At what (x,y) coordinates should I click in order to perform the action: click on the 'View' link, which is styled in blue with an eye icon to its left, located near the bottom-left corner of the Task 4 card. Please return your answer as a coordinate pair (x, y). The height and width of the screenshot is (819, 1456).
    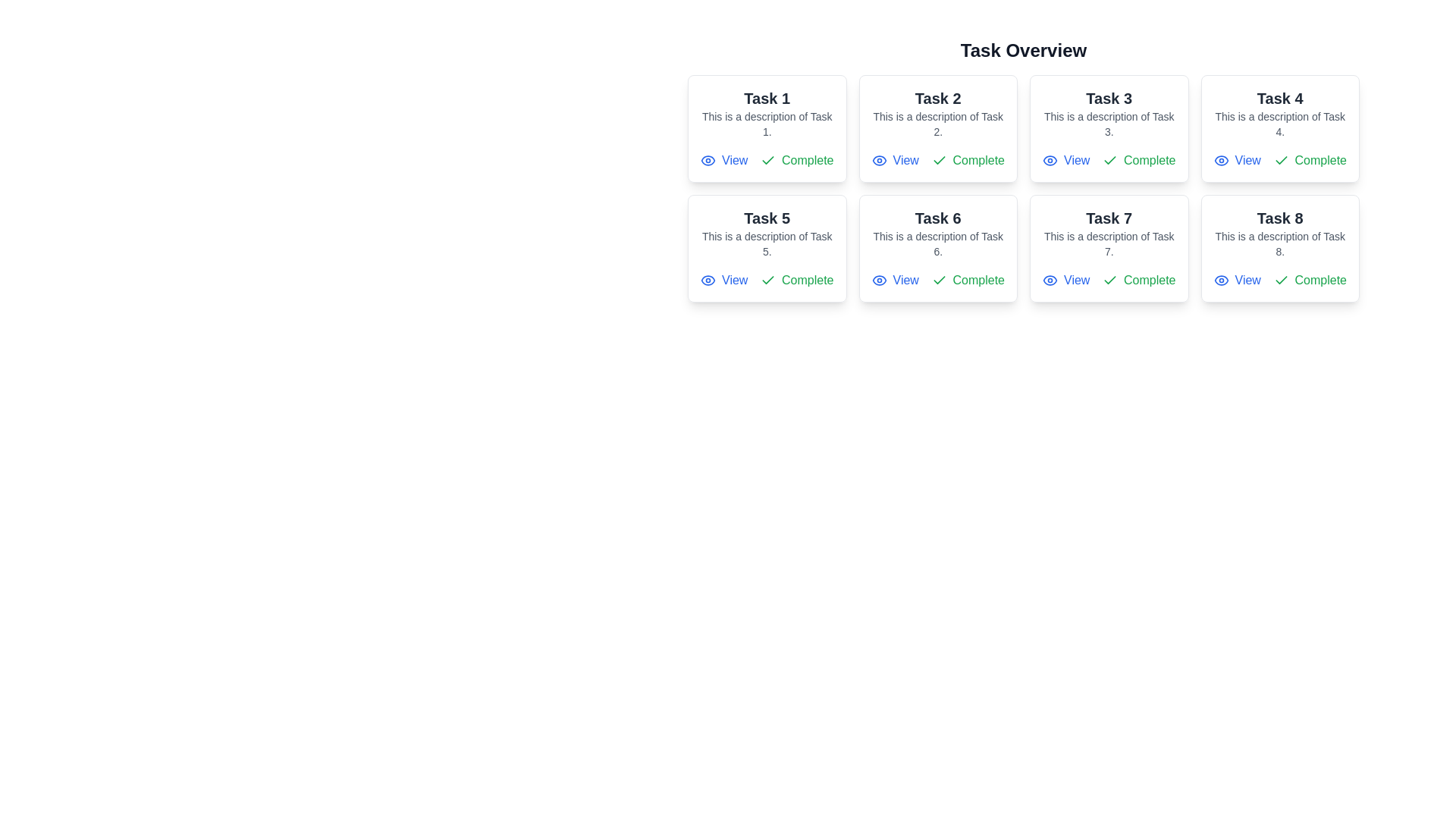
    Looking at the image, I should click on (1237, 161).